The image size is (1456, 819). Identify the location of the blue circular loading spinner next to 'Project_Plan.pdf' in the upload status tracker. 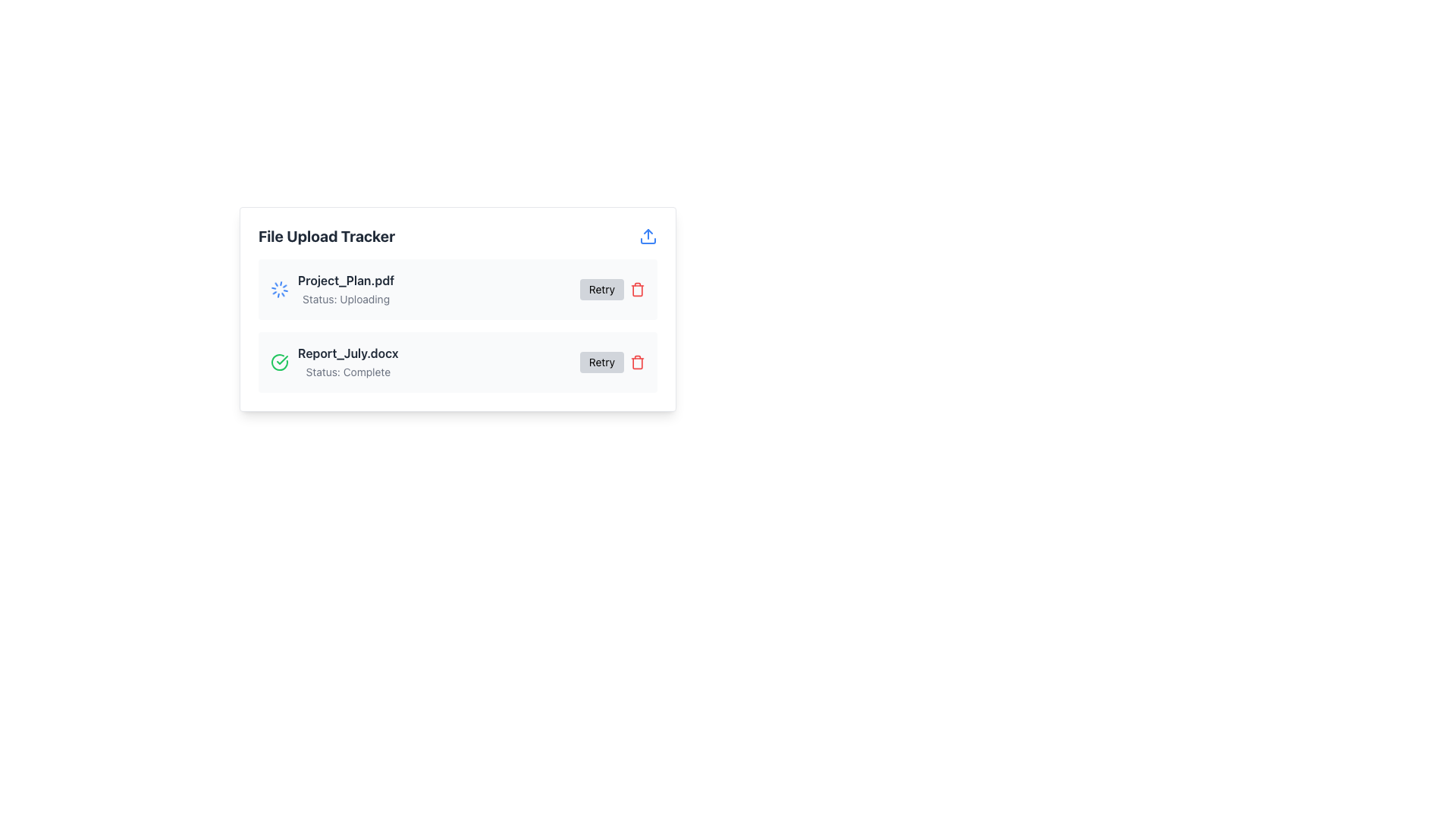
(280, 289).